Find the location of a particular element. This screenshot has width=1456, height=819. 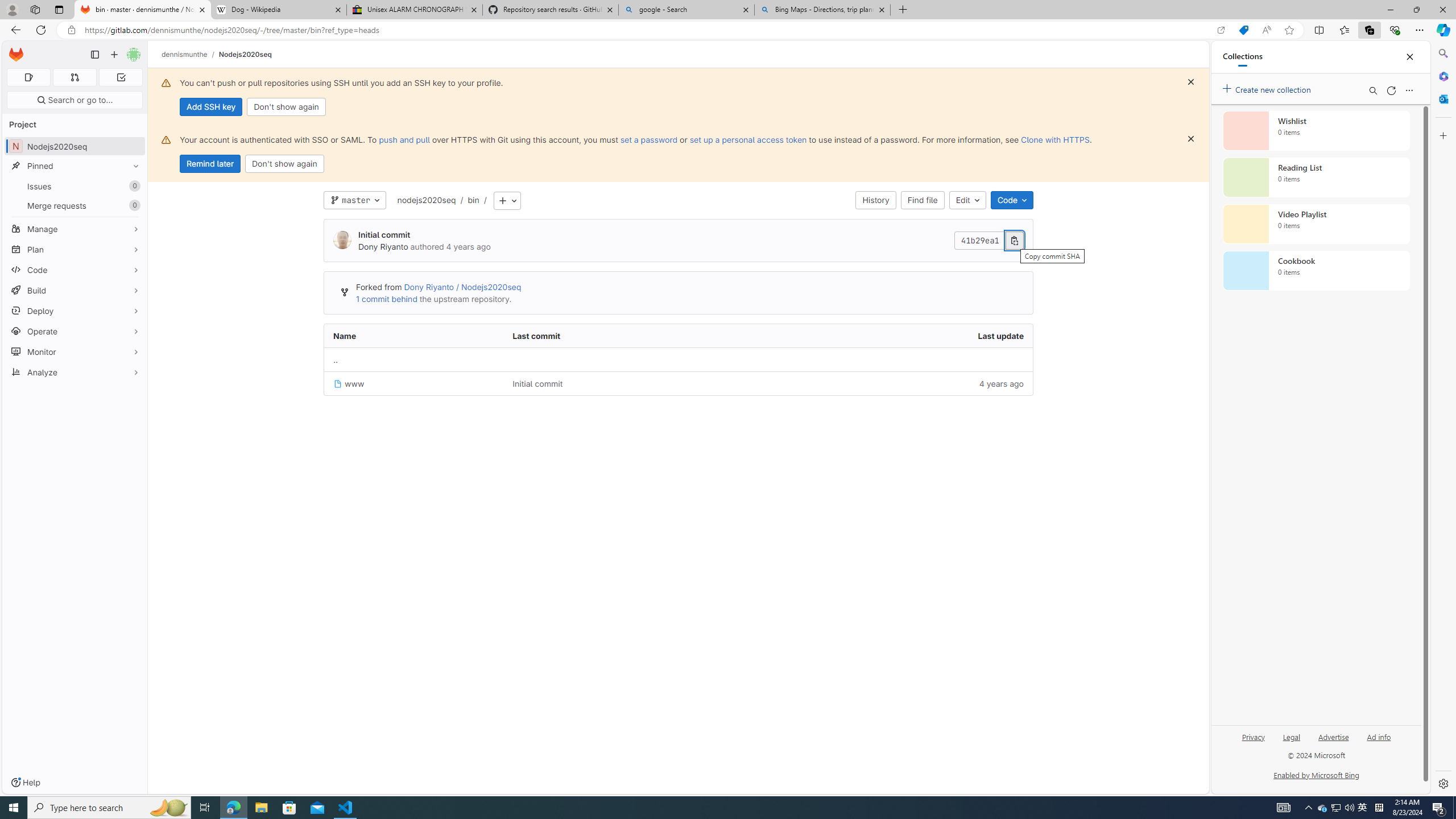

'Wishlist collection, 0 items' is located at coordinates (1316, 130).